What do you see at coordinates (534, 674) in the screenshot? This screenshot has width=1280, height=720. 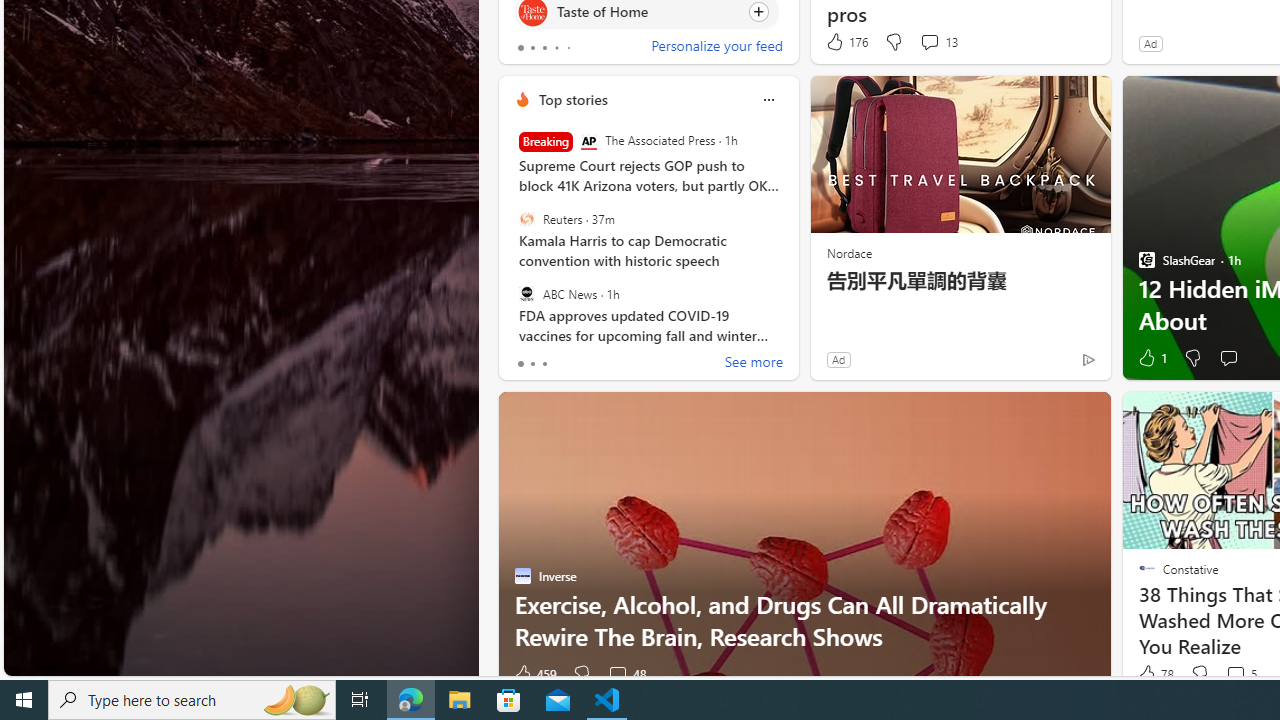 I see `'459 Like'` at bounding box center [534, 674].